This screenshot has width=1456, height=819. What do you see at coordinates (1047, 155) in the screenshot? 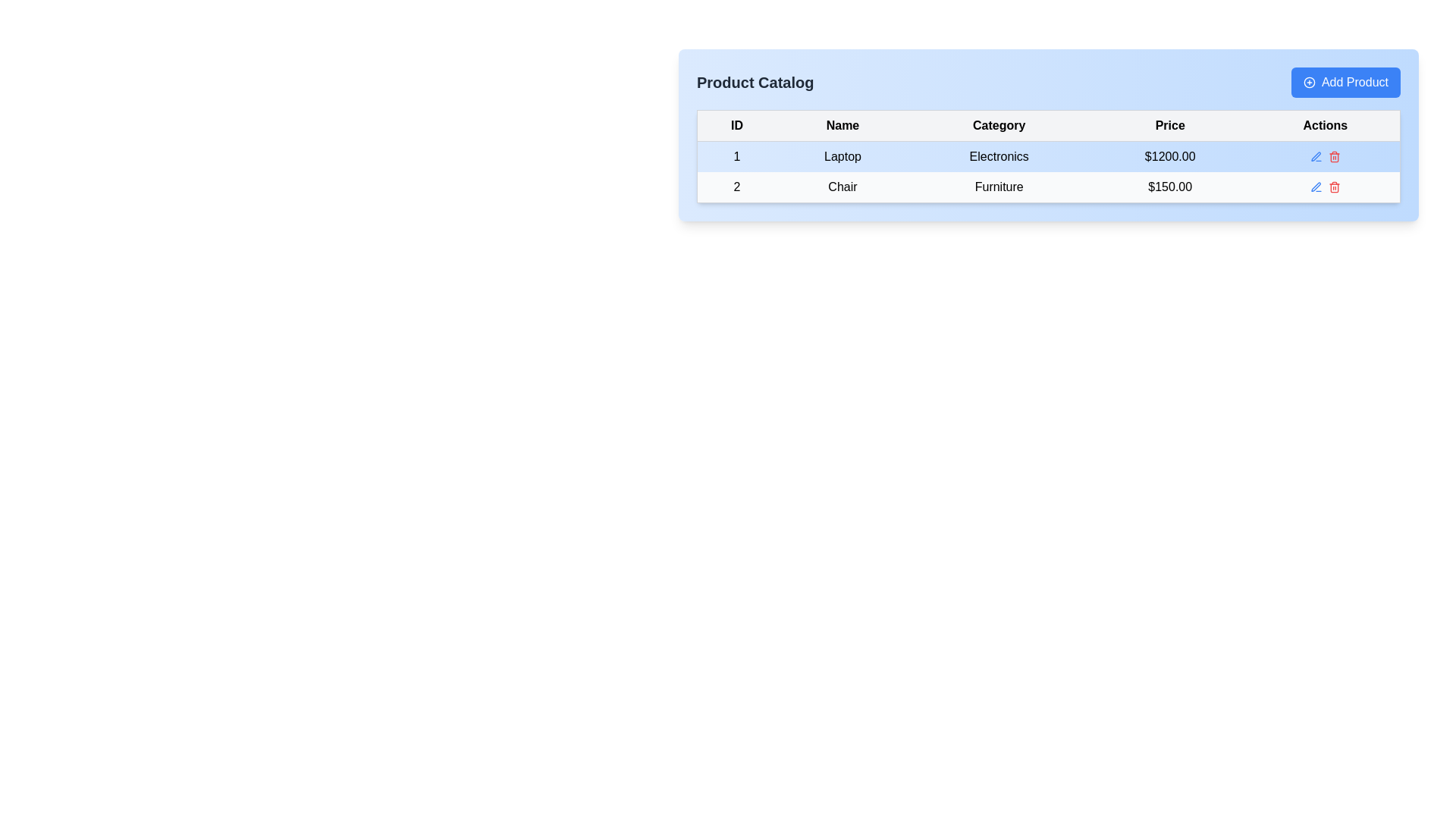
I see `inside the first data row of the product information table under the 'Product Catalog' section` at bounding box center [1047, 155].